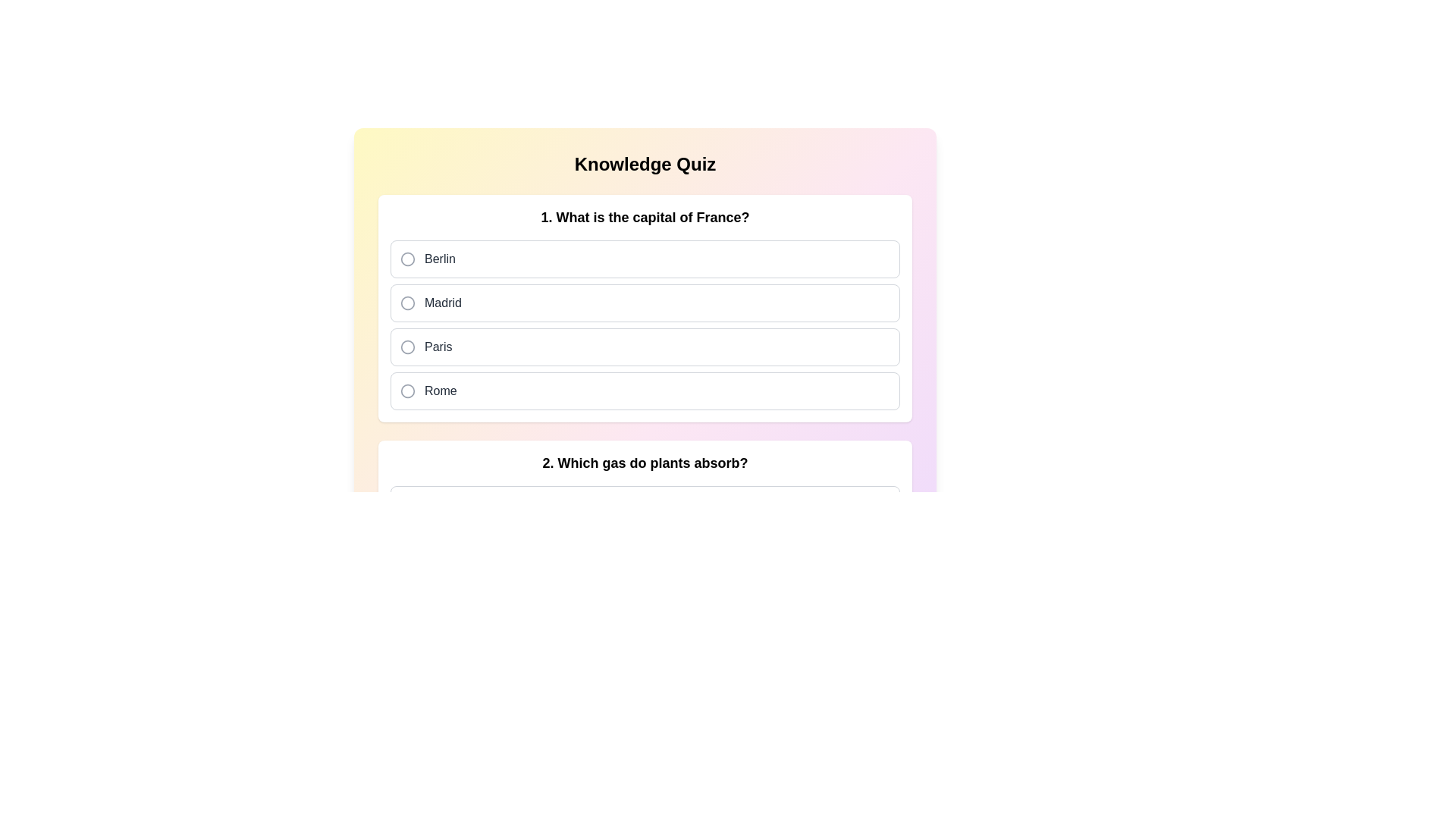 Image resolution: width=1456 pixels, height=819 pixels. I want to click on the radio button indicator for the quiz option labeled 'Berlin', so click(407, 259).